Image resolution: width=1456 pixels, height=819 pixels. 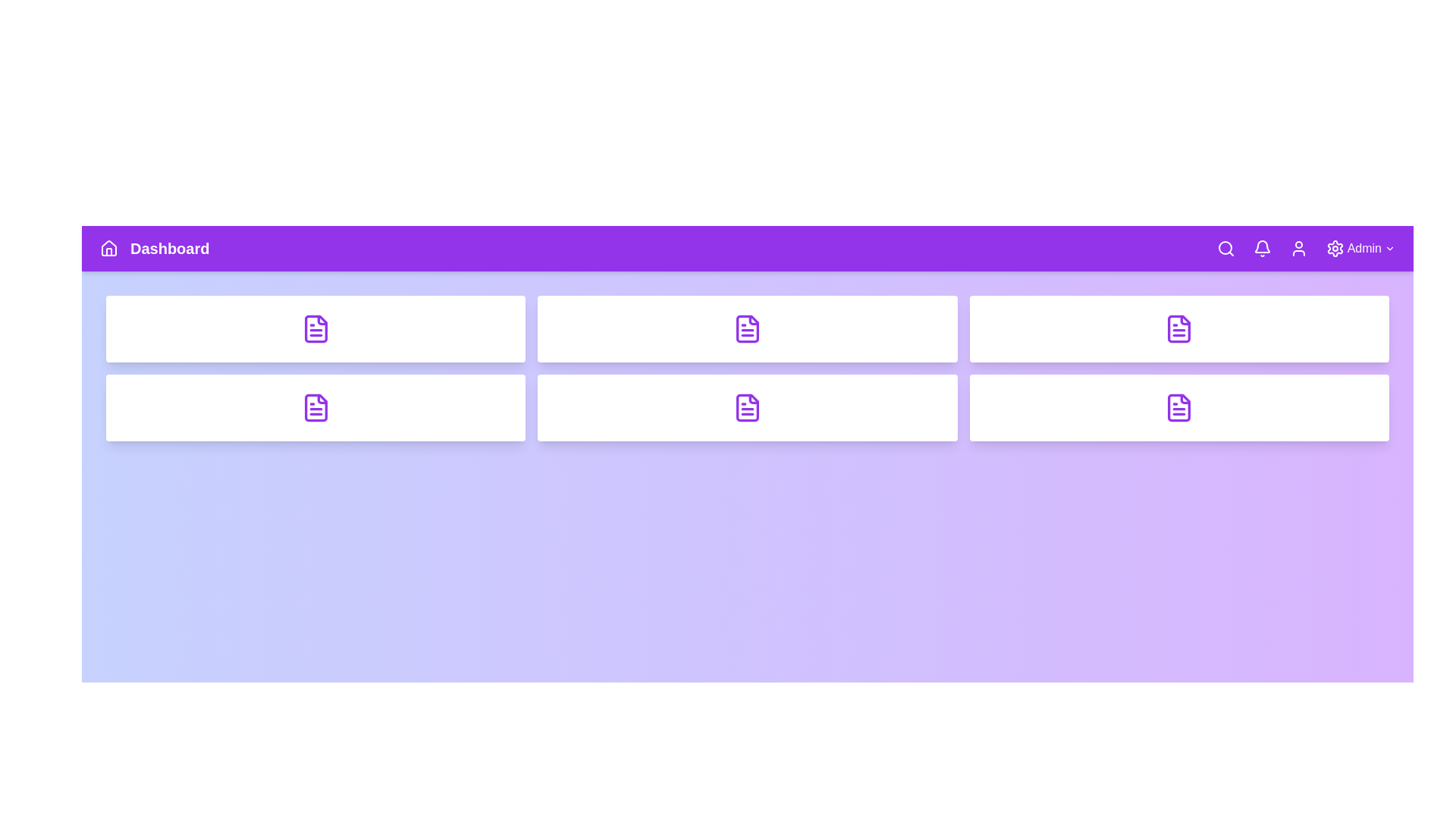 I want to click on the Notification navigation icon, so click(x=1262, y=247).